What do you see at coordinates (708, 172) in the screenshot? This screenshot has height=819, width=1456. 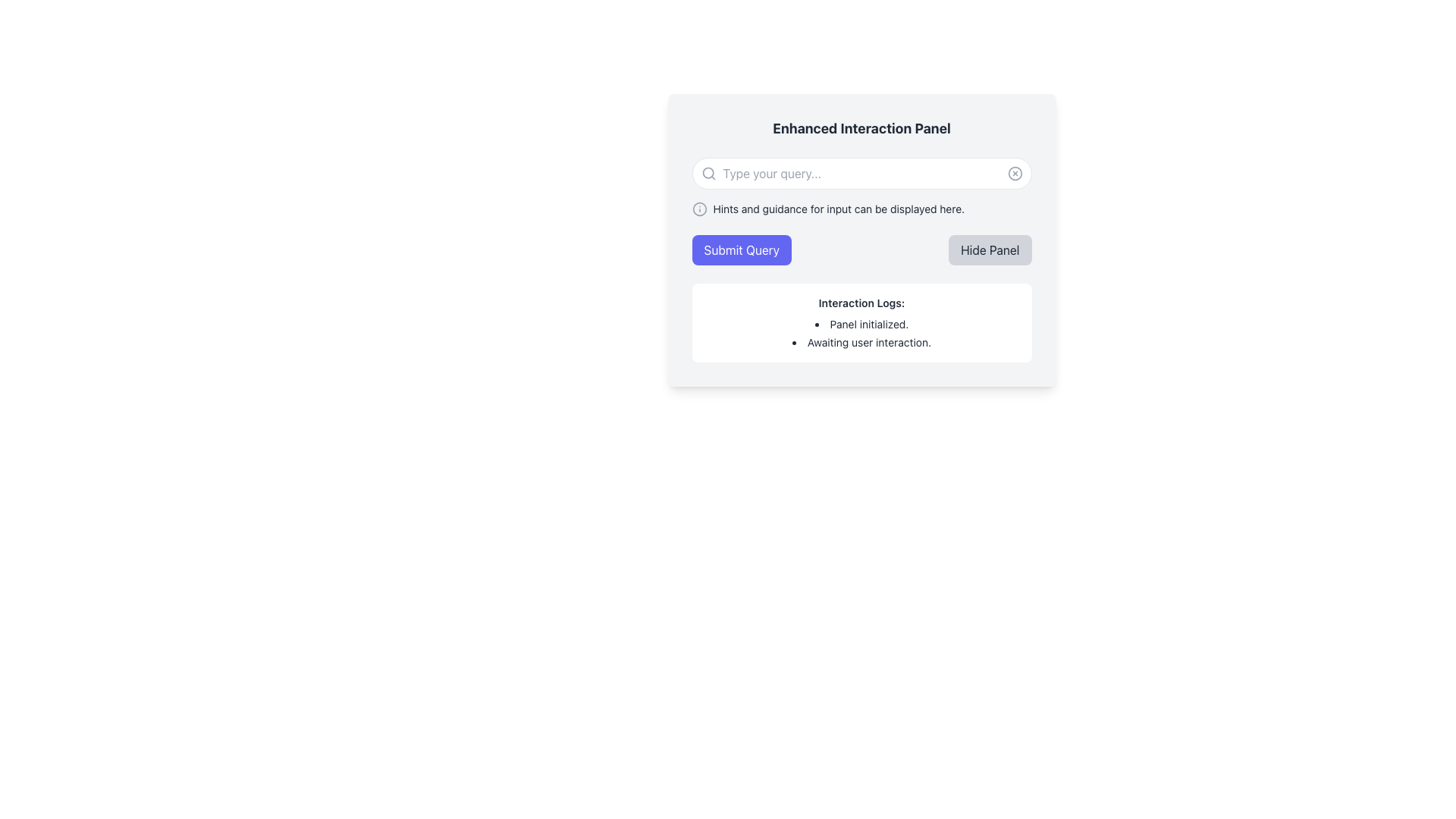 I see `the Search Icon, which is a gray magnifying glass icon located inside the search input field, aligned vertically in the middle` at bounding box center [708, 172].